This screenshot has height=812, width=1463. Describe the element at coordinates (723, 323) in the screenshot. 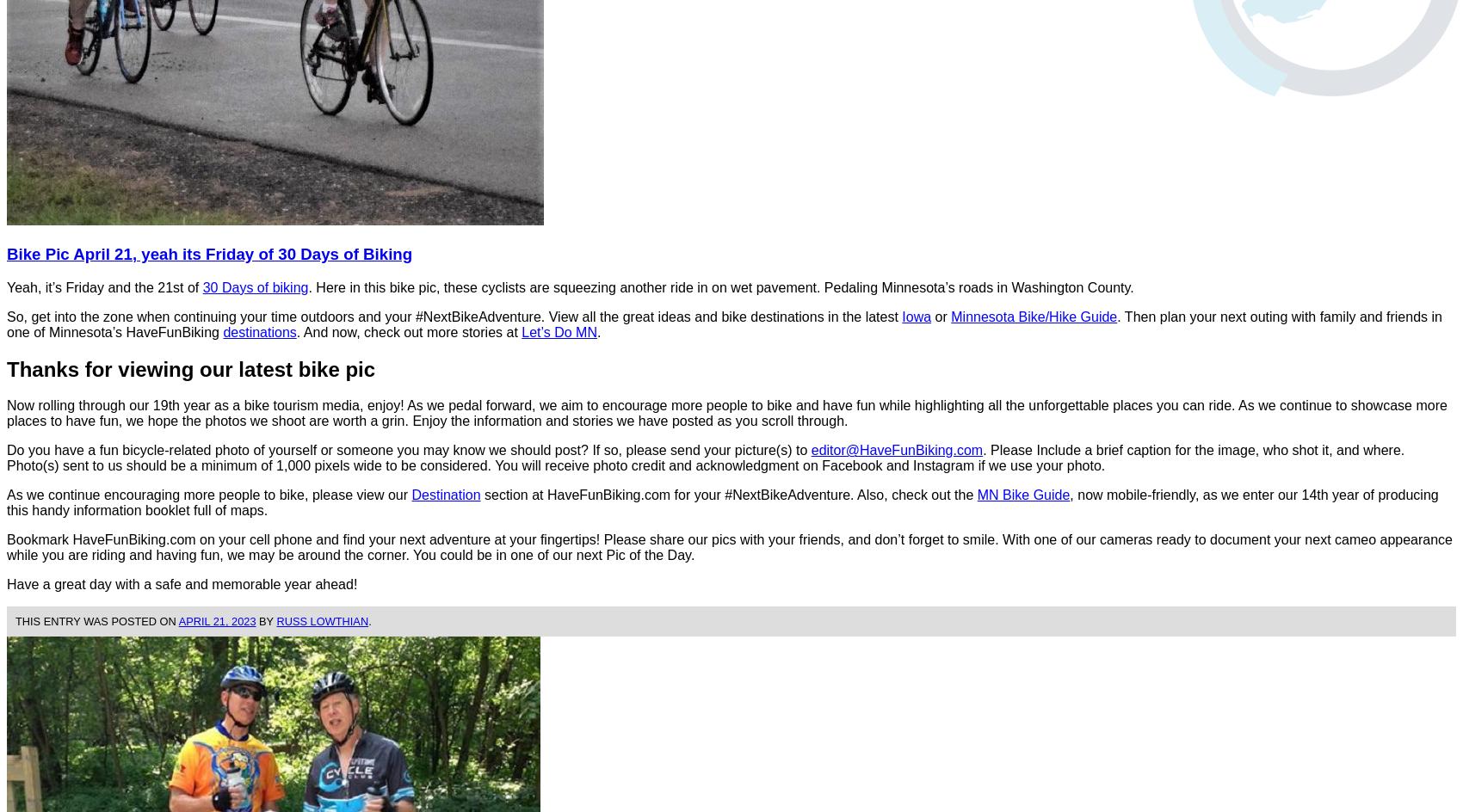

I see `'. Then plan your next outing with family and friends in one of Minnesota’s HaveFunBiking'` at that location.